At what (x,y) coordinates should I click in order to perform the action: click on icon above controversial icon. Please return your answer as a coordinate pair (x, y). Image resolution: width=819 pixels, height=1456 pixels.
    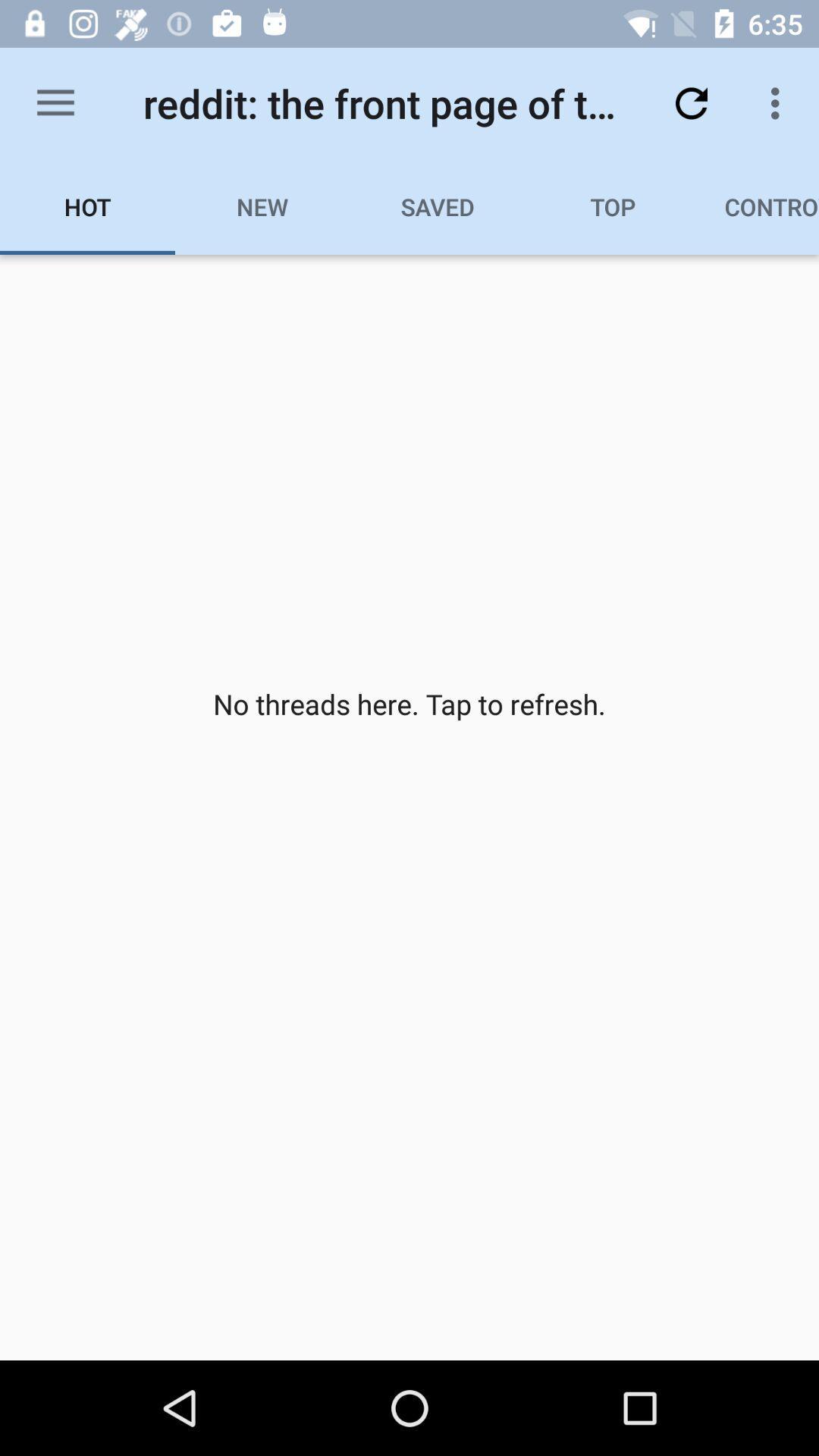
    Looking at the image, I should click on (779, 102).